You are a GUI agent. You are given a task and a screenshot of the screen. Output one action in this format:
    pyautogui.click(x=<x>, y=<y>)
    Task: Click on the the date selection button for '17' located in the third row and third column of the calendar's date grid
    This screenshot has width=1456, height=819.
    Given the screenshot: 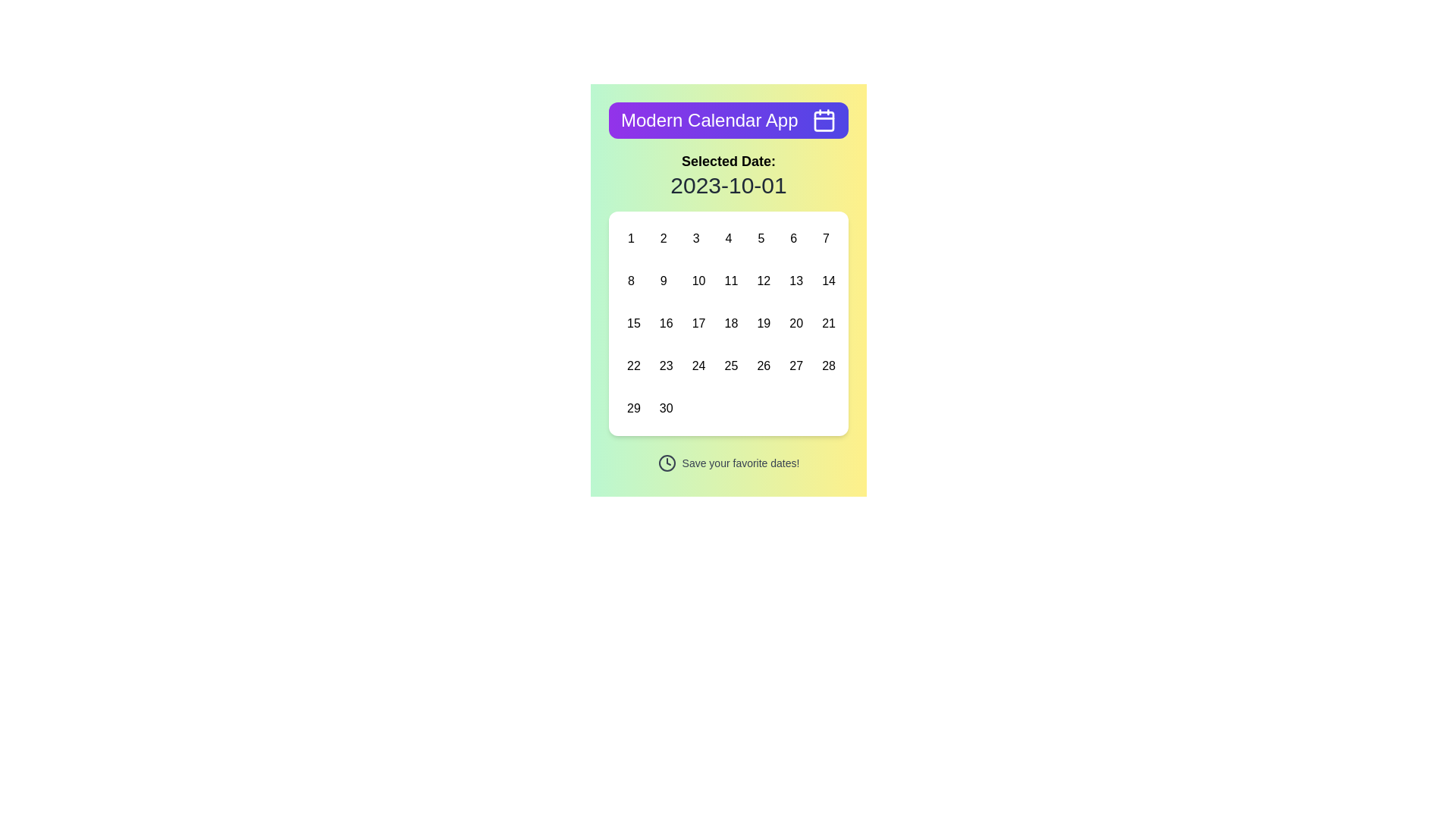 What is the action you would take?
    pyautogui.click(x=695, y=323)
    